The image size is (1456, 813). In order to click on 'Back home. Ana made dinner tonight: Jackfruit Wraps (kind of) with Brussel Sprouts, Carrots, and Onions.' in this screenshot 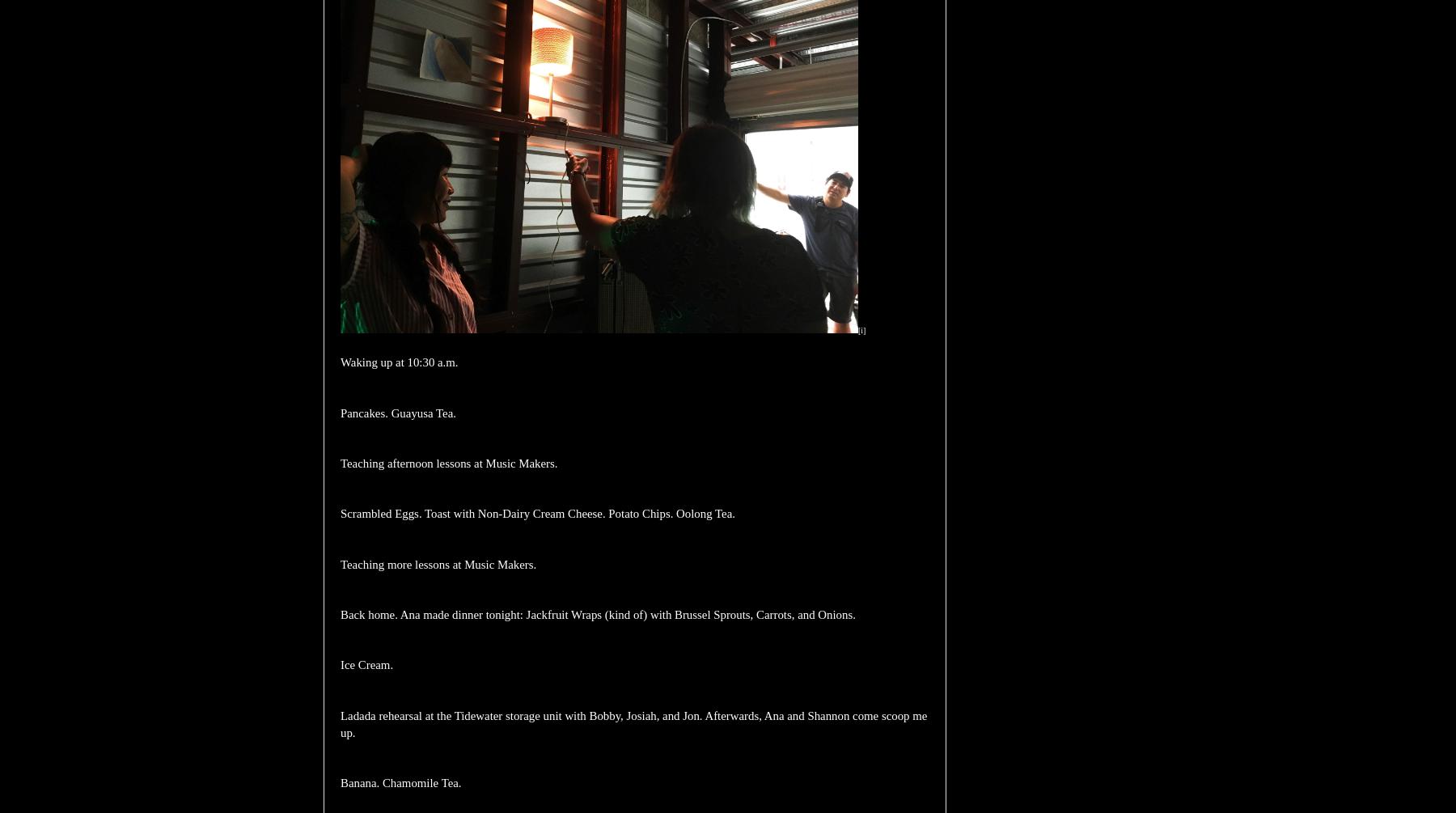, I will do `click(597, 614)`.